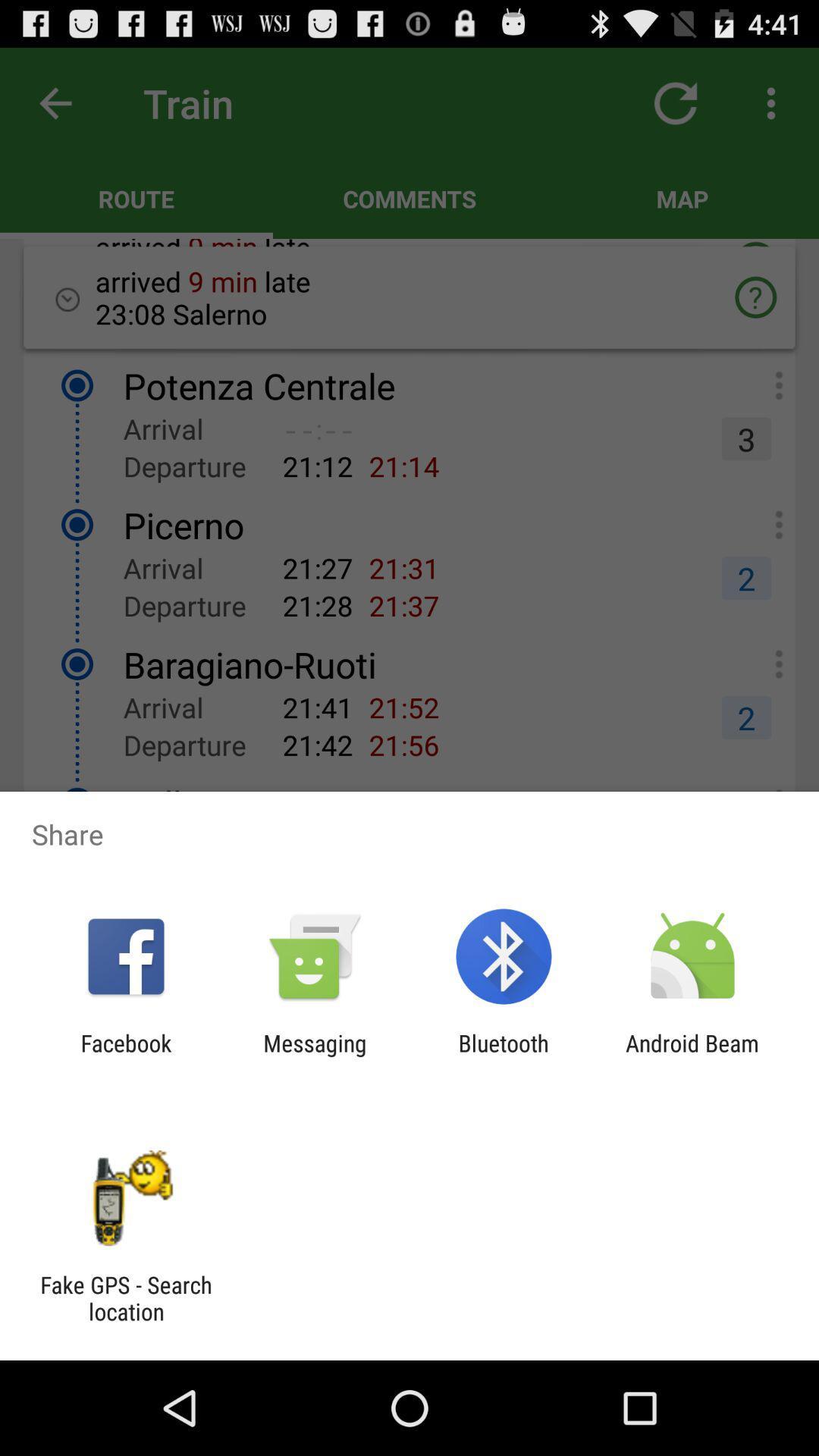  What do you see at coordinates (504, 1056) in the screenshot?
I see `the bluetooth icon` at bounding box center [504, 1056].